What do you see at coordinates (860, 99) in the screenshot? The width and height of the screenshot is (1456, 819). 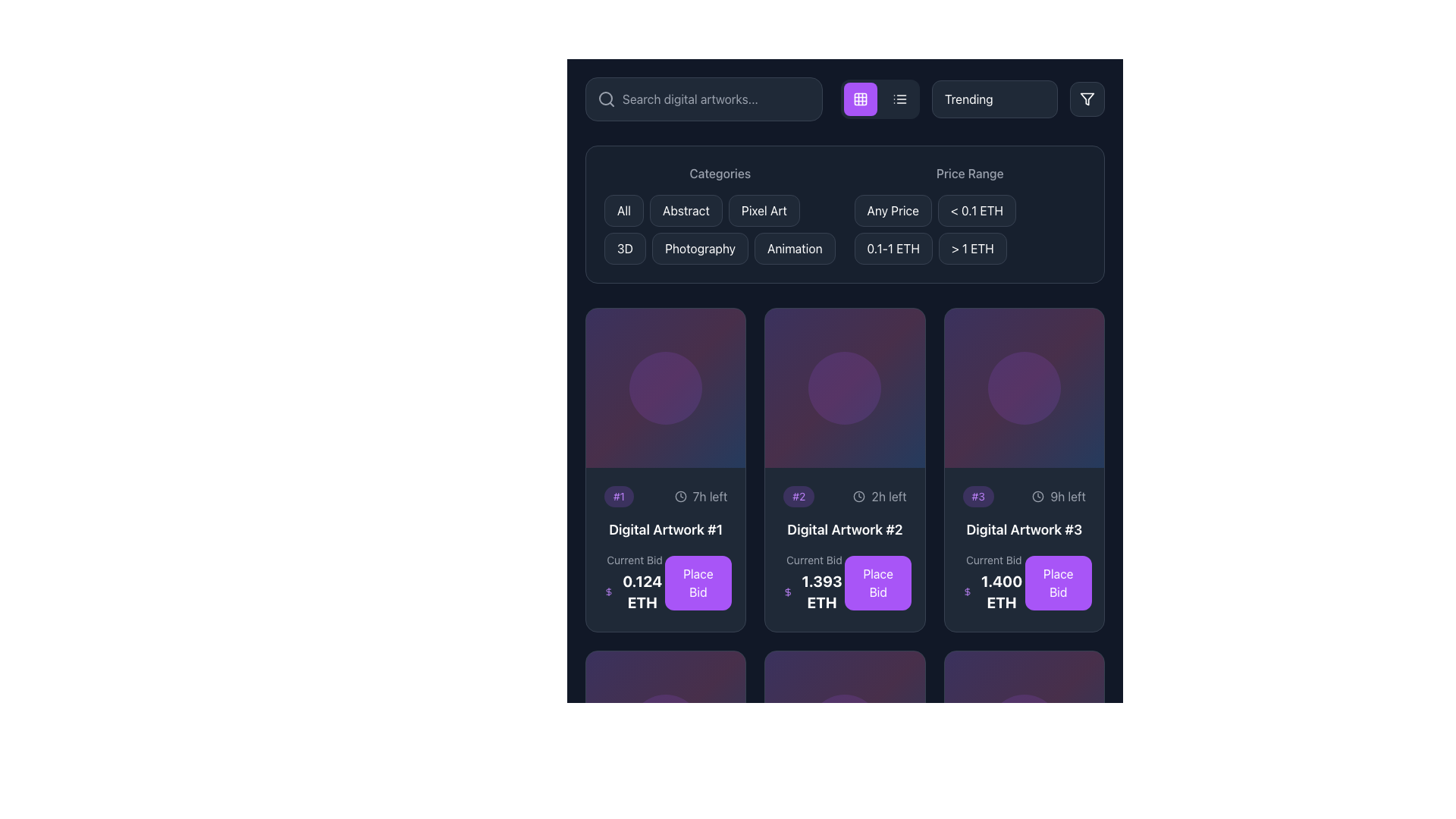 I see `the grid icon button with a purple background located at the top center of the interface, positioned between the search bar and the filter icon, to change the layout` at bounding box center [860, 99].